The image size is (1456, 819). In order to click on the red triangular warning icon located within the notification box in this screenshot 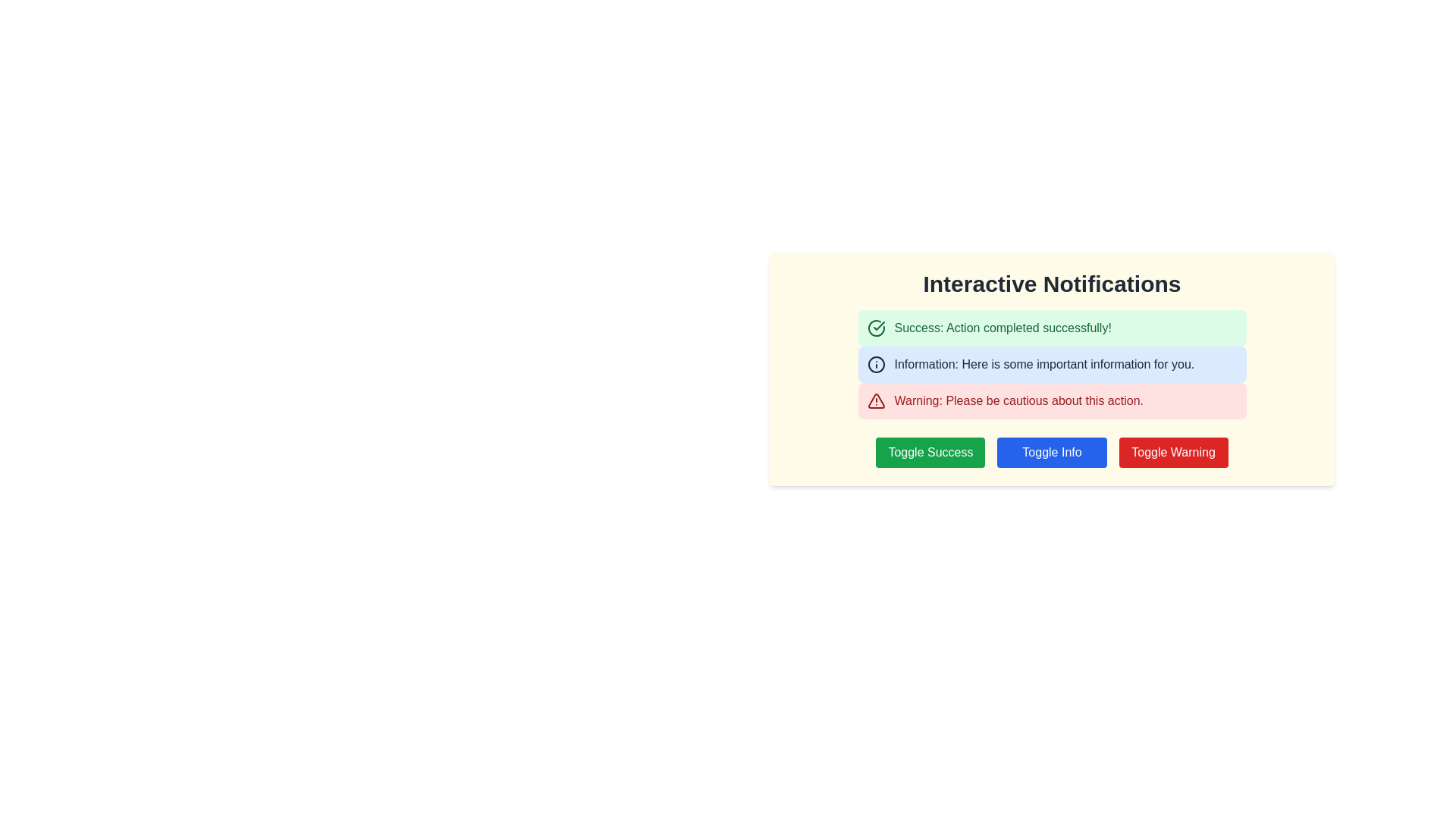, I will do `click(876, 400)`.